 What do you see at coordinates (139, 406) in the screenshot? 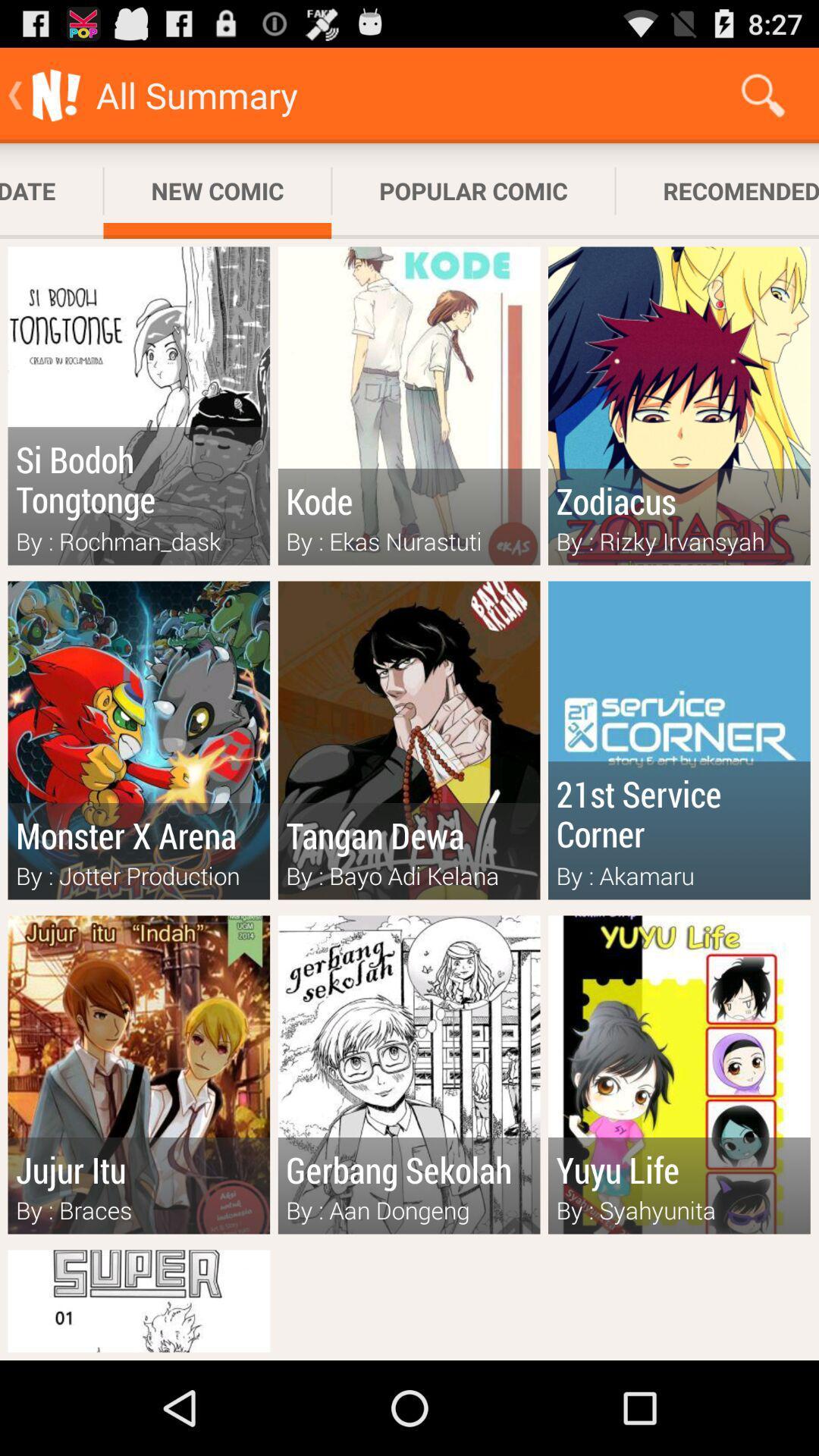
I see `the book left of kode` at bounding box center [139, 406].